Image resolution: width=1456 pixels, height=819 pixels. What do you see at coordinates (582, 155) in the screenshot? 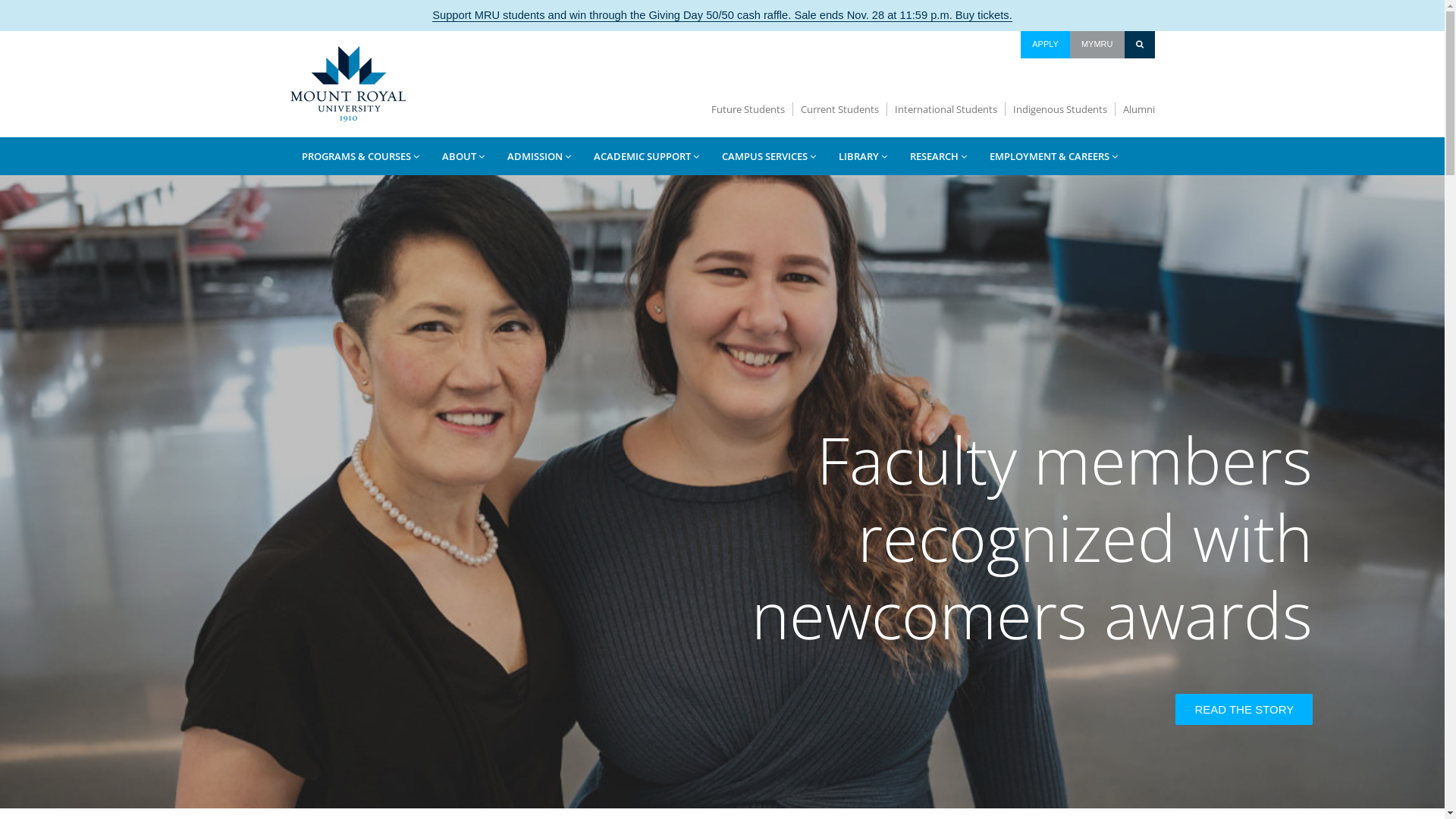
I see `'ACADEMIC SUPPORT'` at bounding box center [582, 155].